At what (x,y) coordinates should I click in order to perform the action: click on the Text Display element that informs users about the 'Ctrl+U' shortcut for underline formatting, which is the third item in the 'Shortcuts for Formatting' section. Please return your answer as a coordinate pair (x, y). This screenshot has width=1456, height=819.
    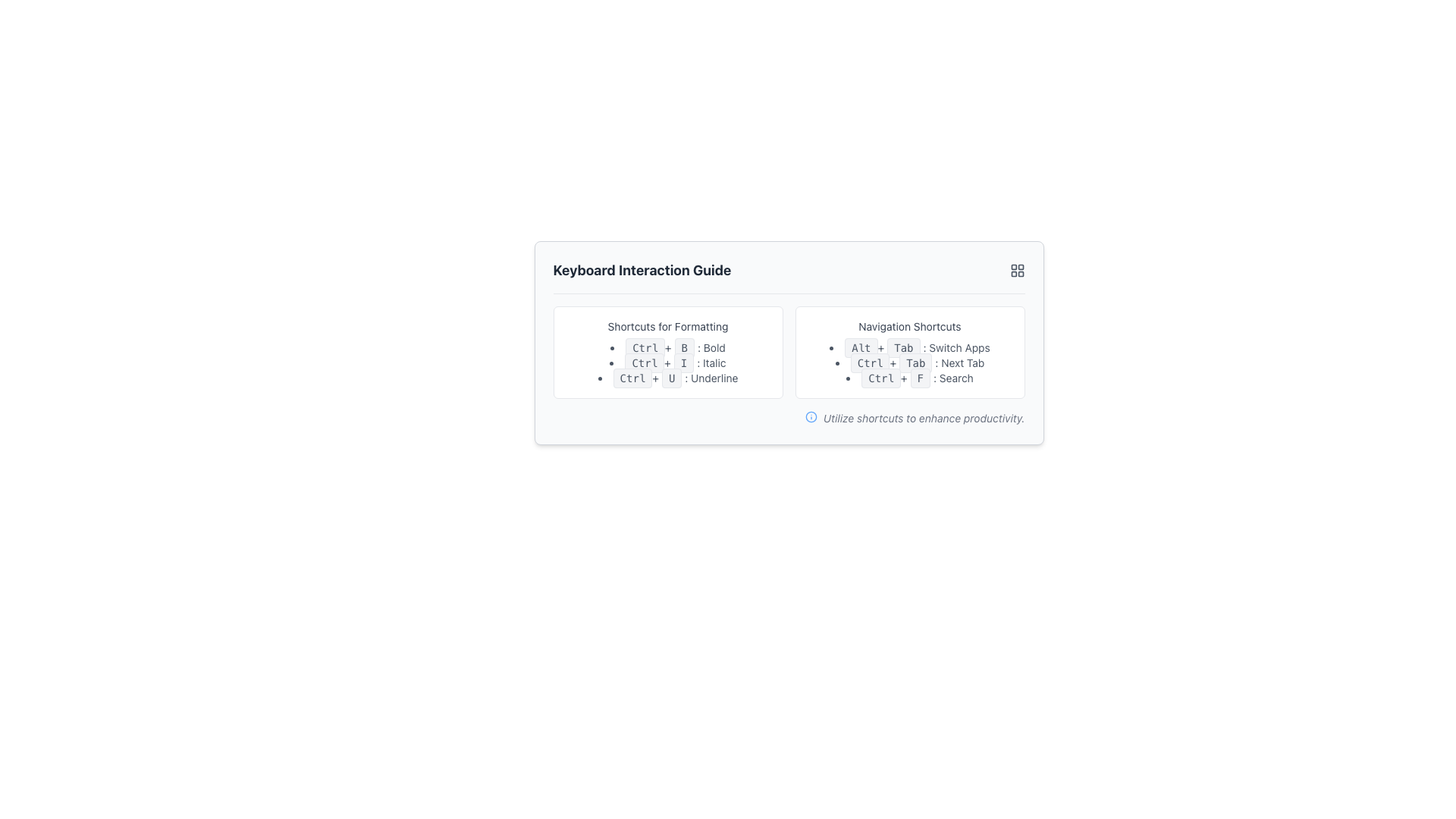
    Looking at the image, I should click on (667, 377).